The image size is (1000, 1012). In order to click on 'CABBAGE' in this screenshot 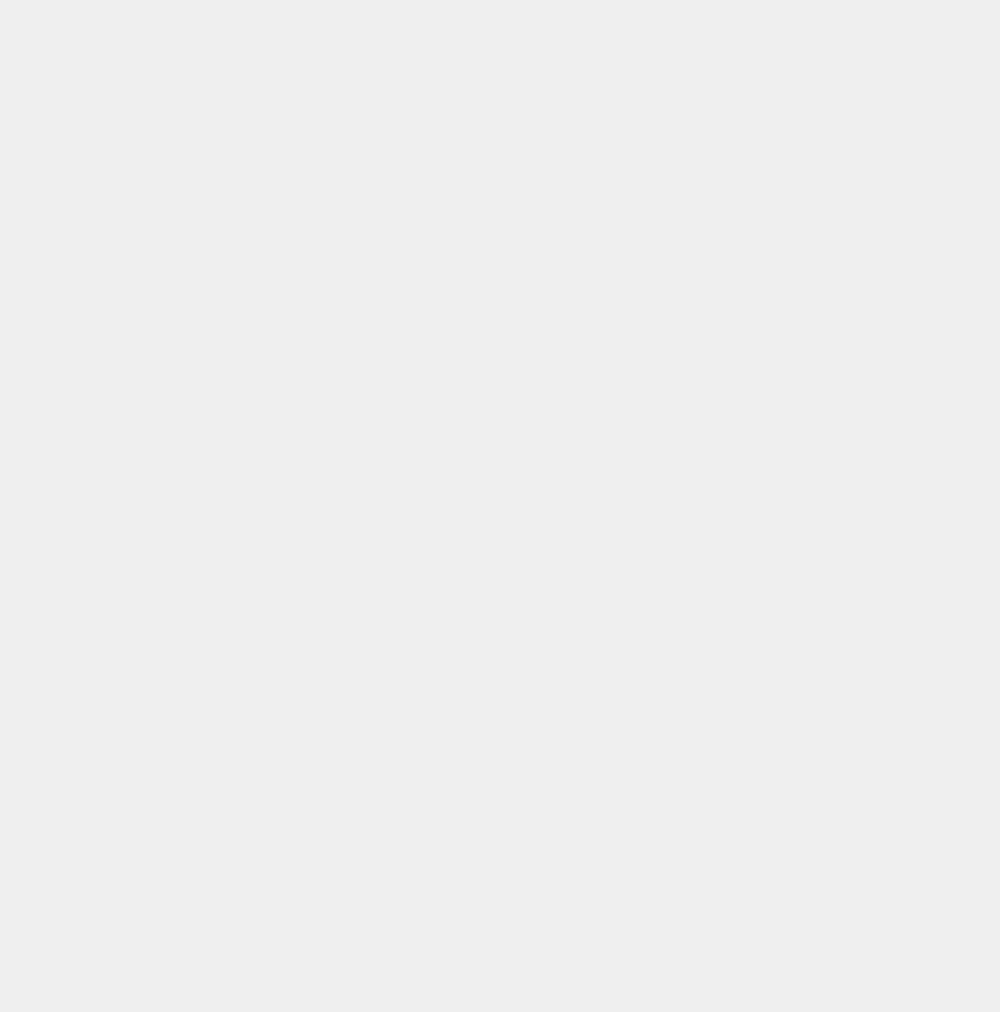, I will do `click(105, 900)`.